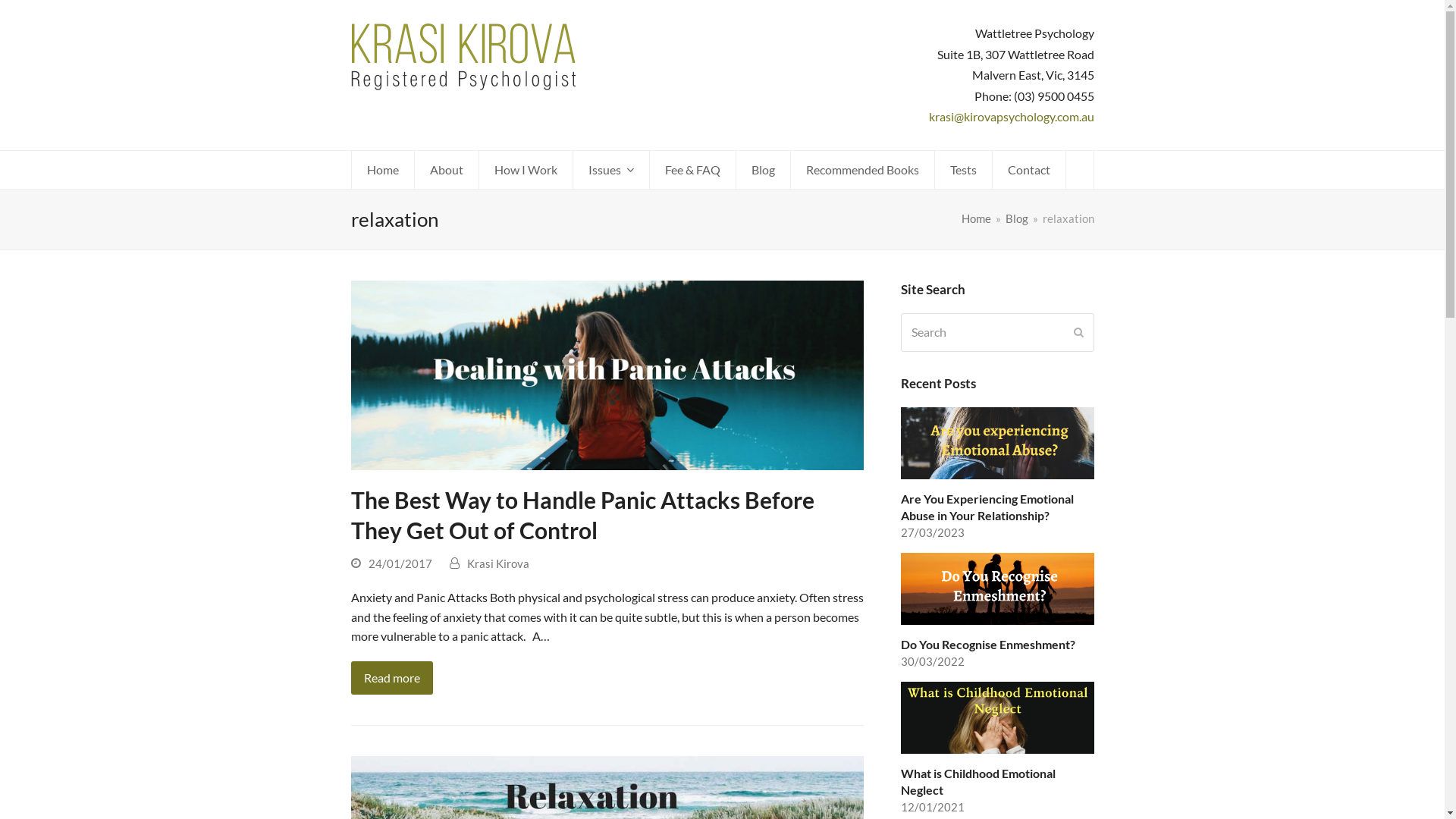 The height and width of the screenshot is (819, 1456). What do you see at coordinates (901, 610) in the screenshot?
I see `'Do You Recognise Enmeshment?` at bounding box center [901, 610].